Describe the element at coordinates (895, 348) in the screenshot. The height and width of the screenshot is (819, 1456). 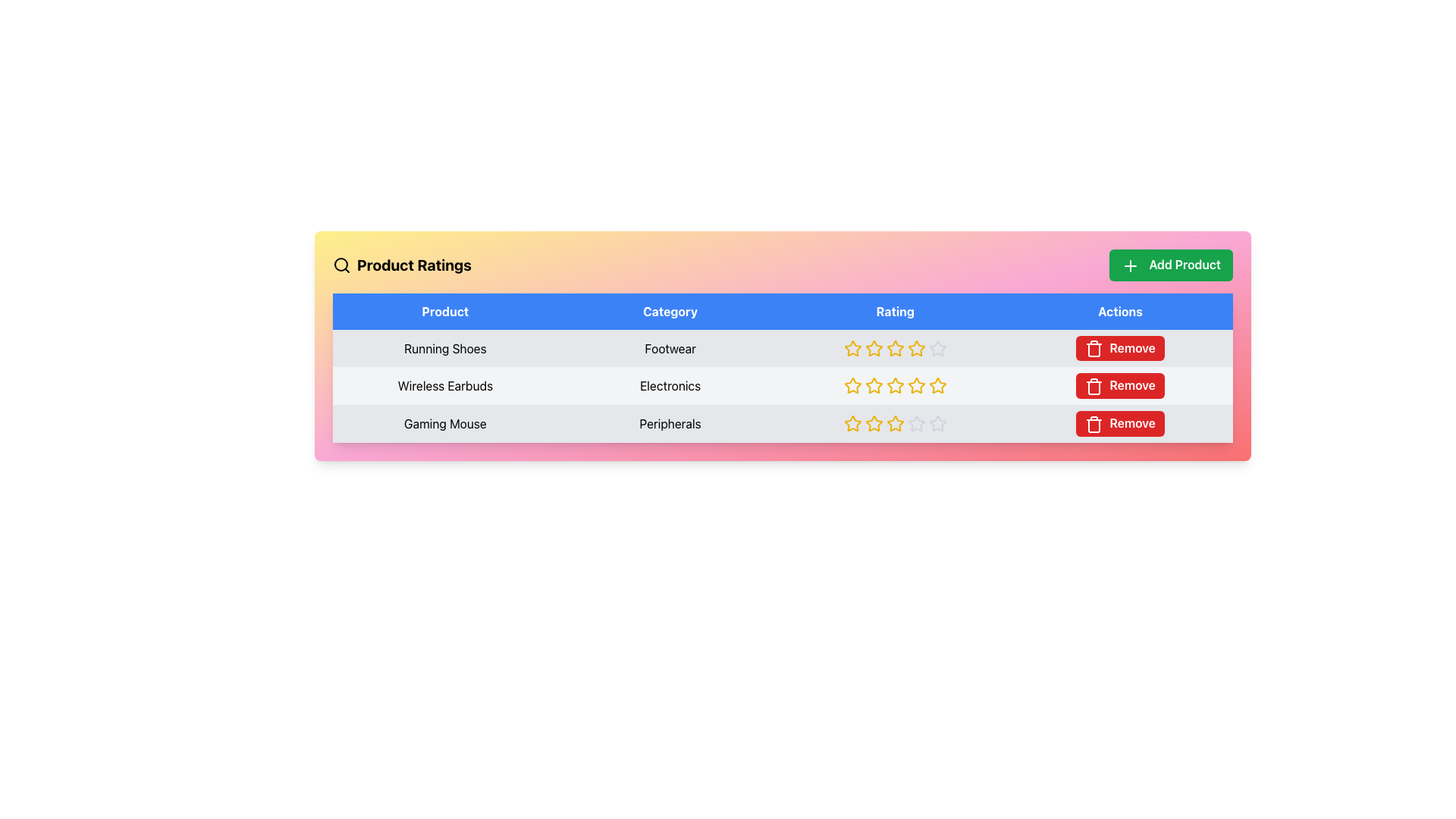
I see `the Rating Indicator for 'Running Shoes', which consists of five star icons with four filled in yellow and one unfilled in gray, located in the third column of the first row under the 'Rating' header` at that location.